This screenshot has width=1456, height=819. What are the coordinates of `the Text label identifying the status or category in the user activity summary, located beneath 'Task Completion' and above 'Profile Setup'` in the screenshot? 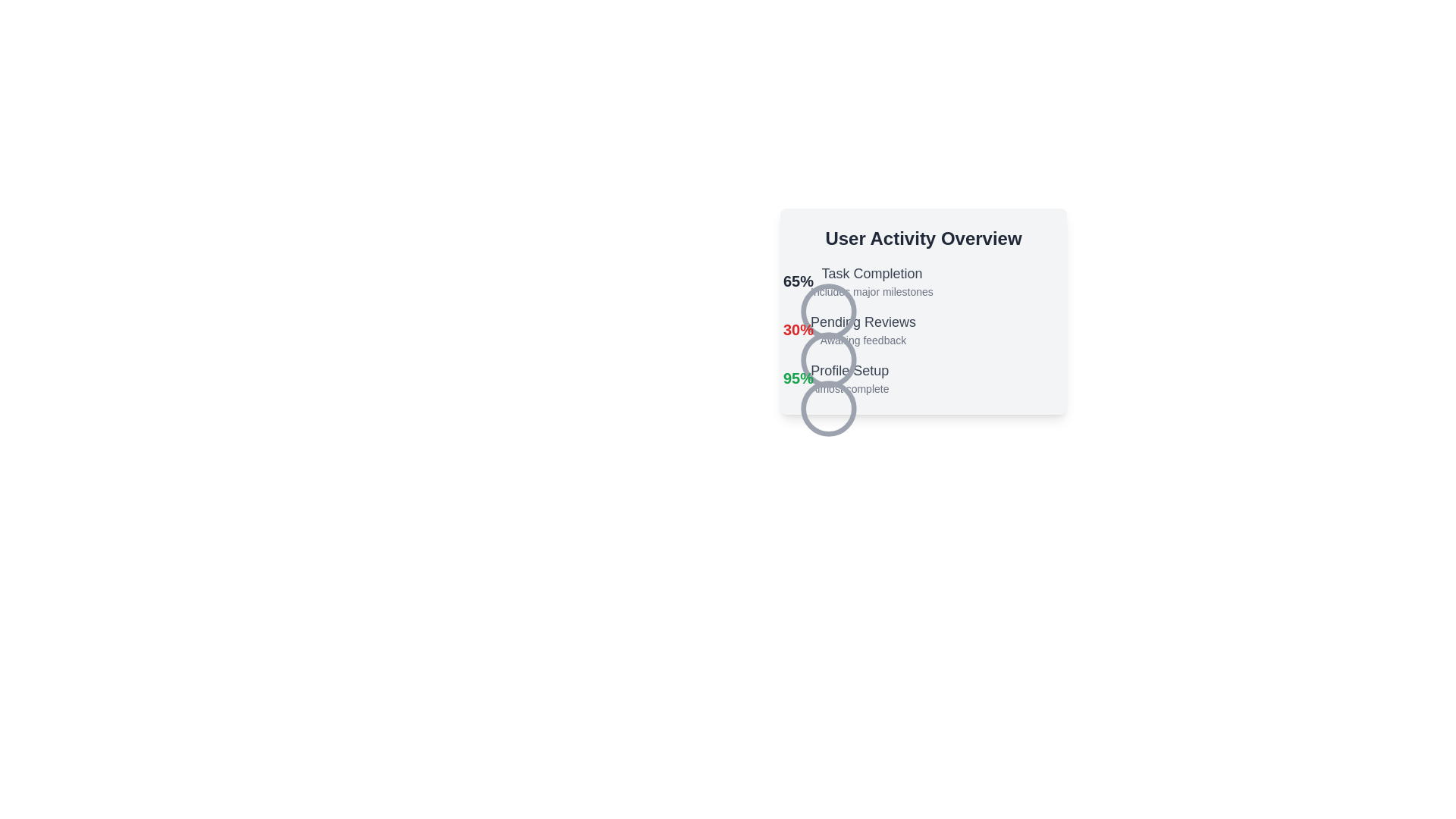 It's located at (863, 321).